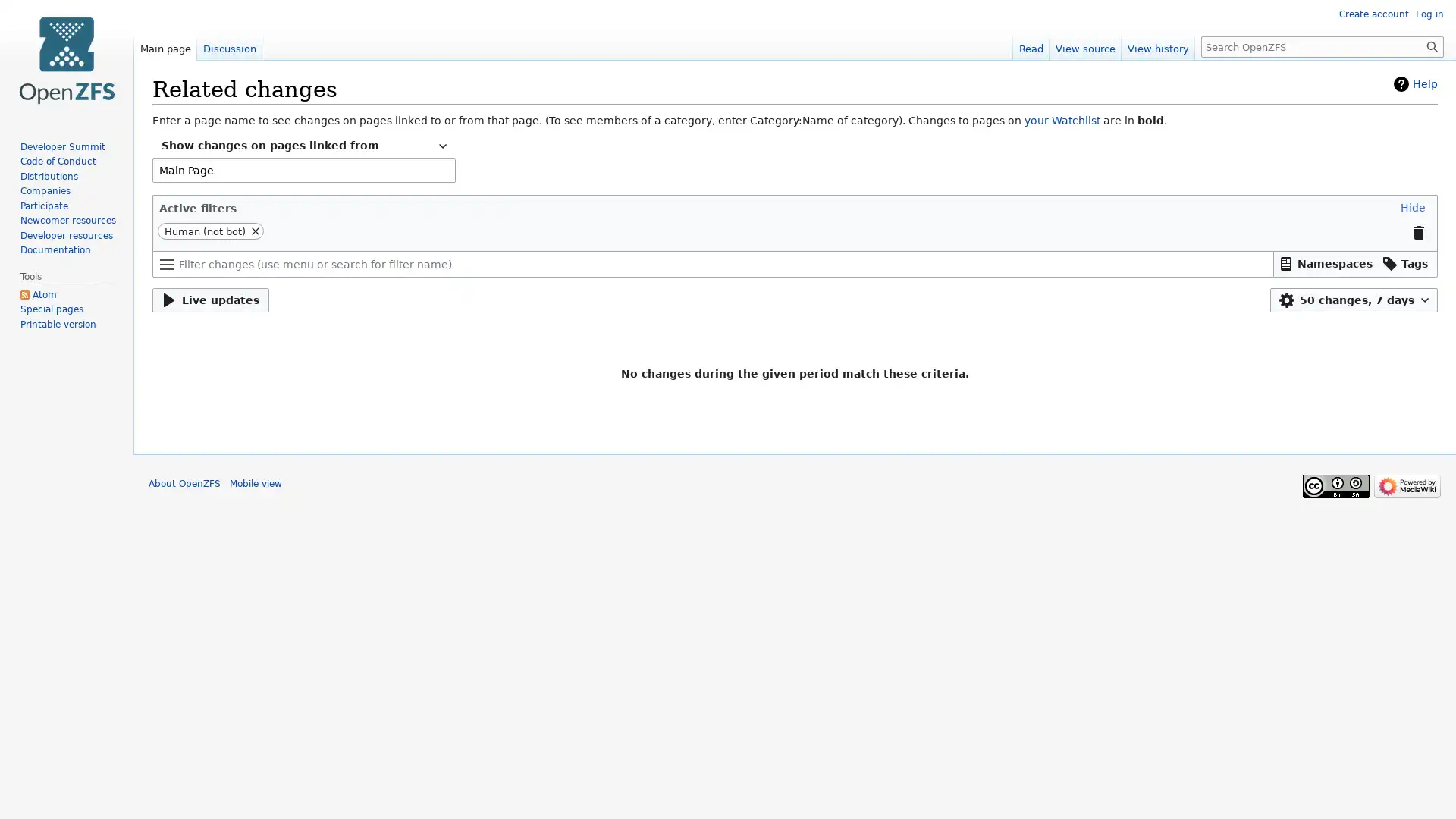  What do you see at coordinates (1417, 233) in the screenshot?
I see `Clear all filters` at bounding box center [1417, 233].